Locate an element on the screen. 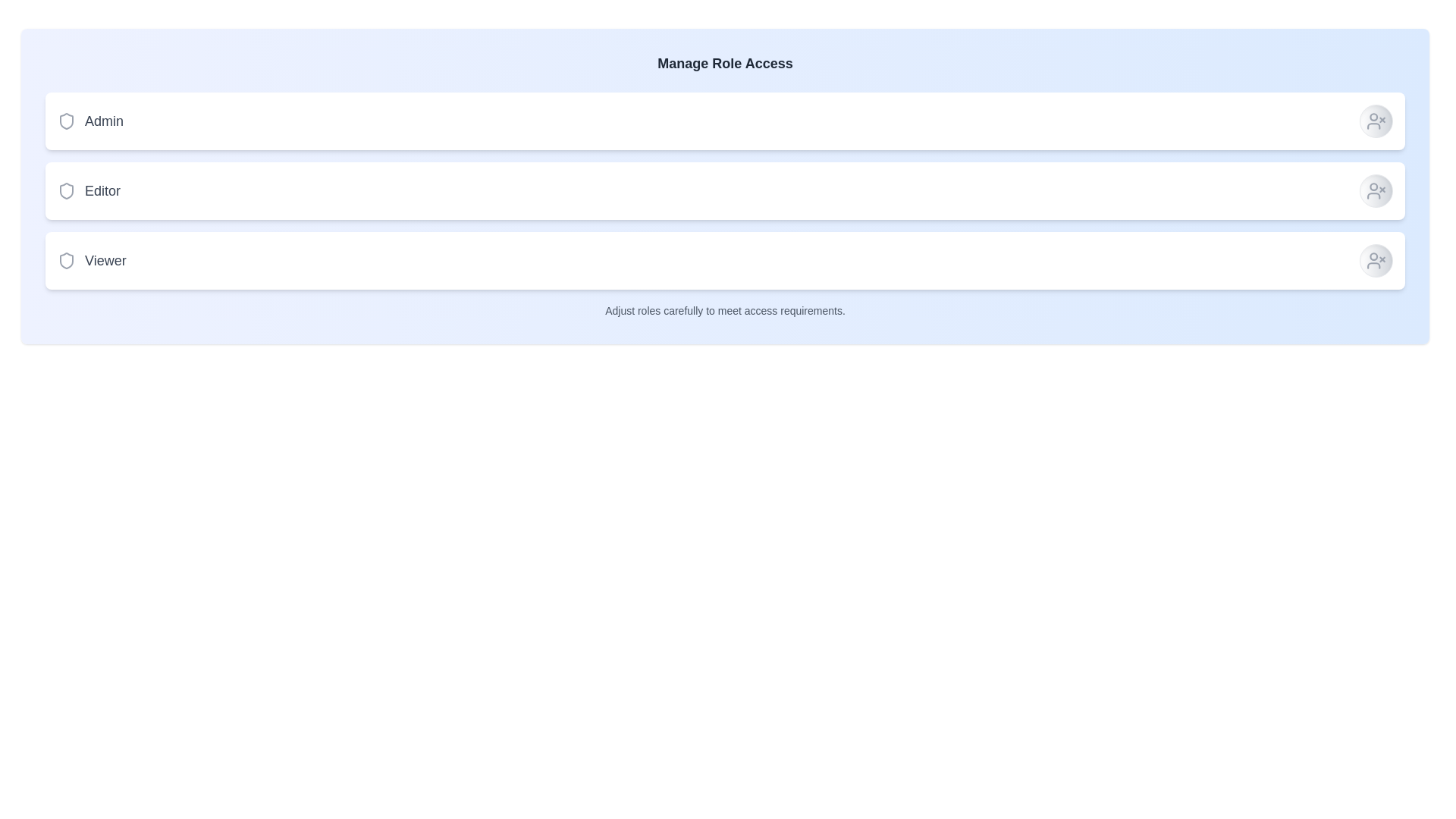 The height and width of the screenshot is (819, 1456). the user-removal action icon within the clickable button that is located at the right end of the 'Editor' role entry row to indicate interaction intent is located at coordinates (1376, 190).